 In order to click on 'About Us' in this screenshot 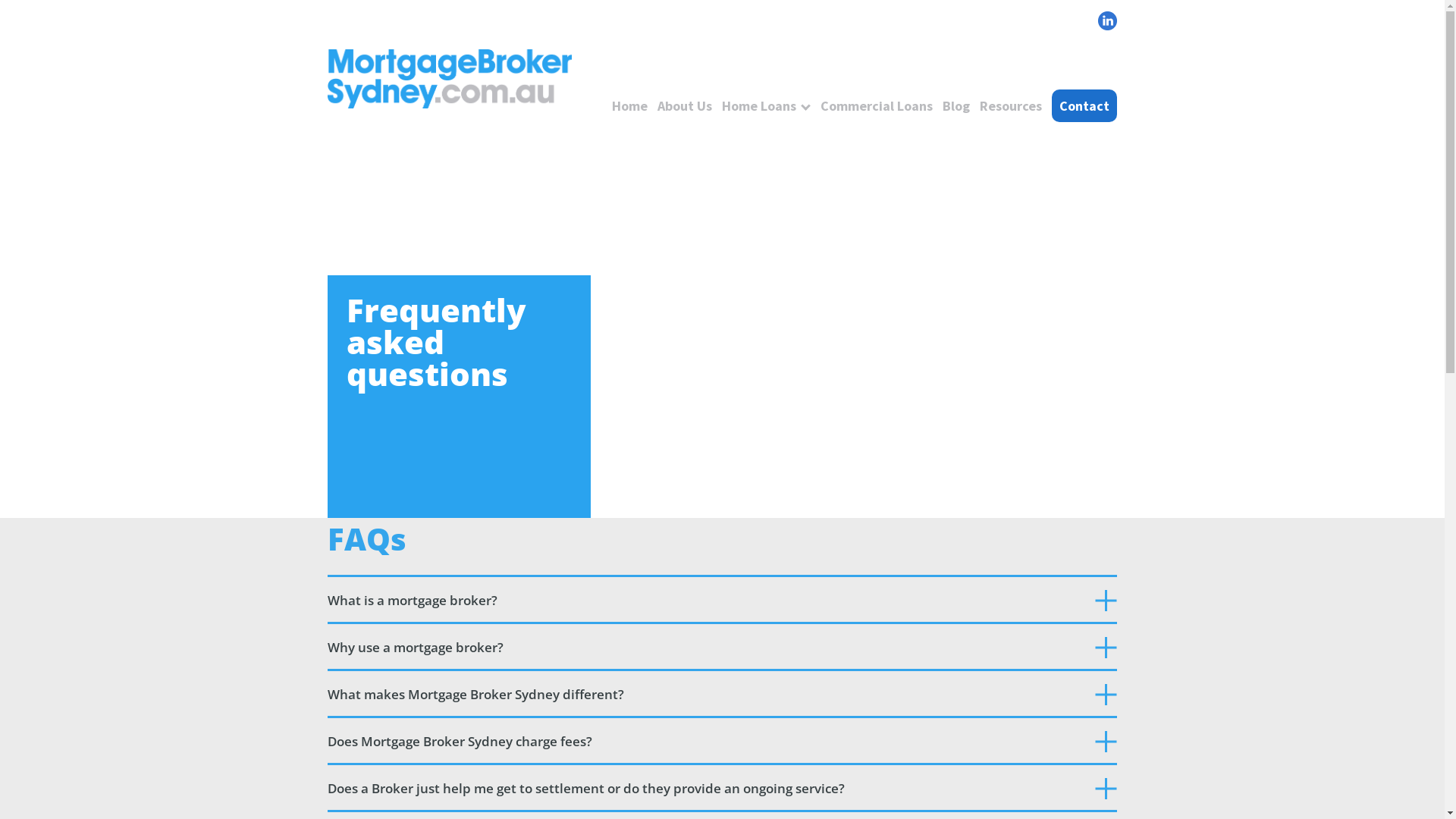, I will do `click(683, 105)`.